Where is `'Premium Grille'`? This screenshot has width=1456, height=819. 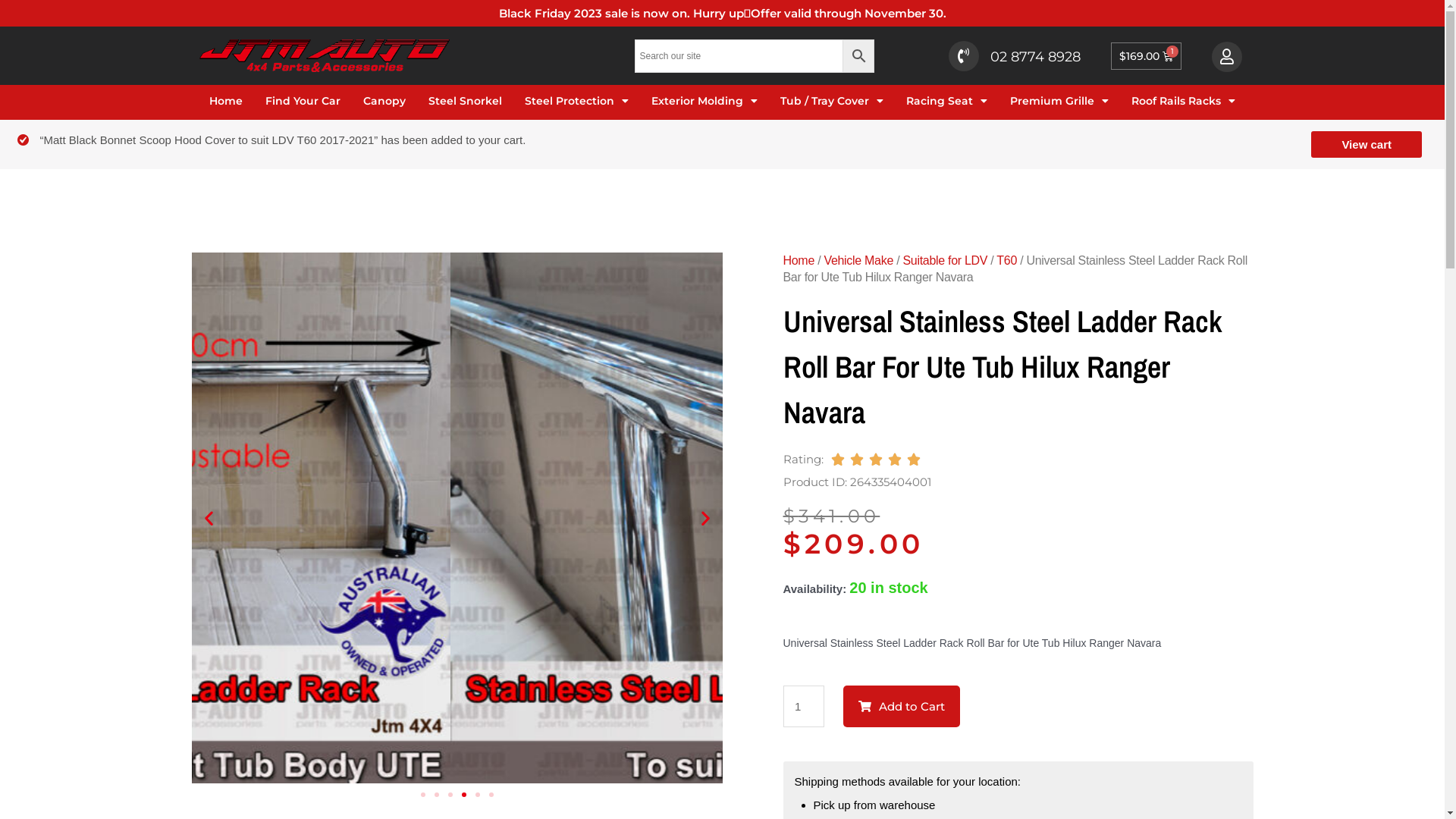 'Premium Grille' is located at coordinates (1058, 101).